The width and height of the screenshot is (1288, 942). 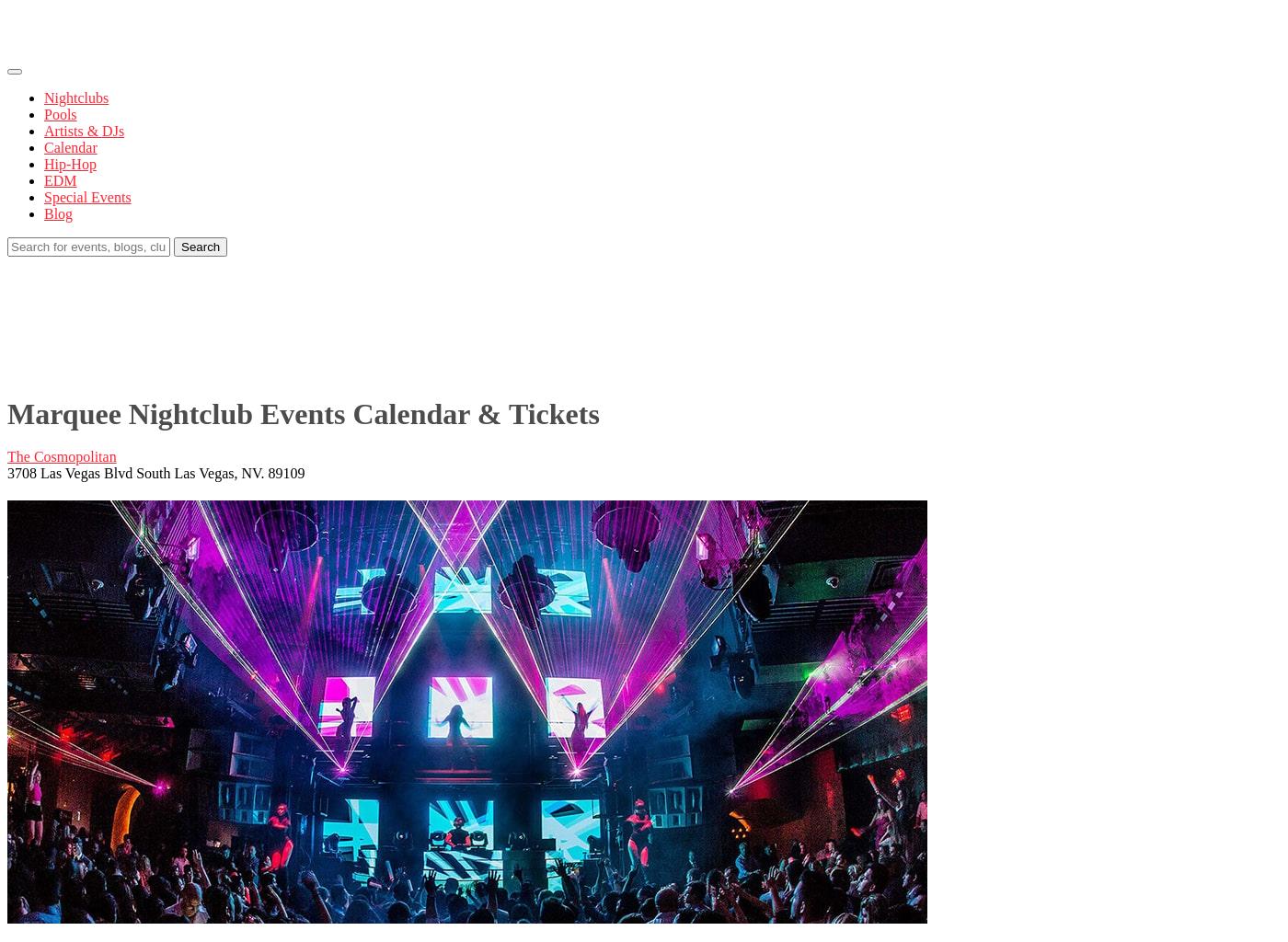 What do you see at coordinates (44, 97) in the screenshot?
I see `'Nightclubs'` at bounding box center [44, 97].